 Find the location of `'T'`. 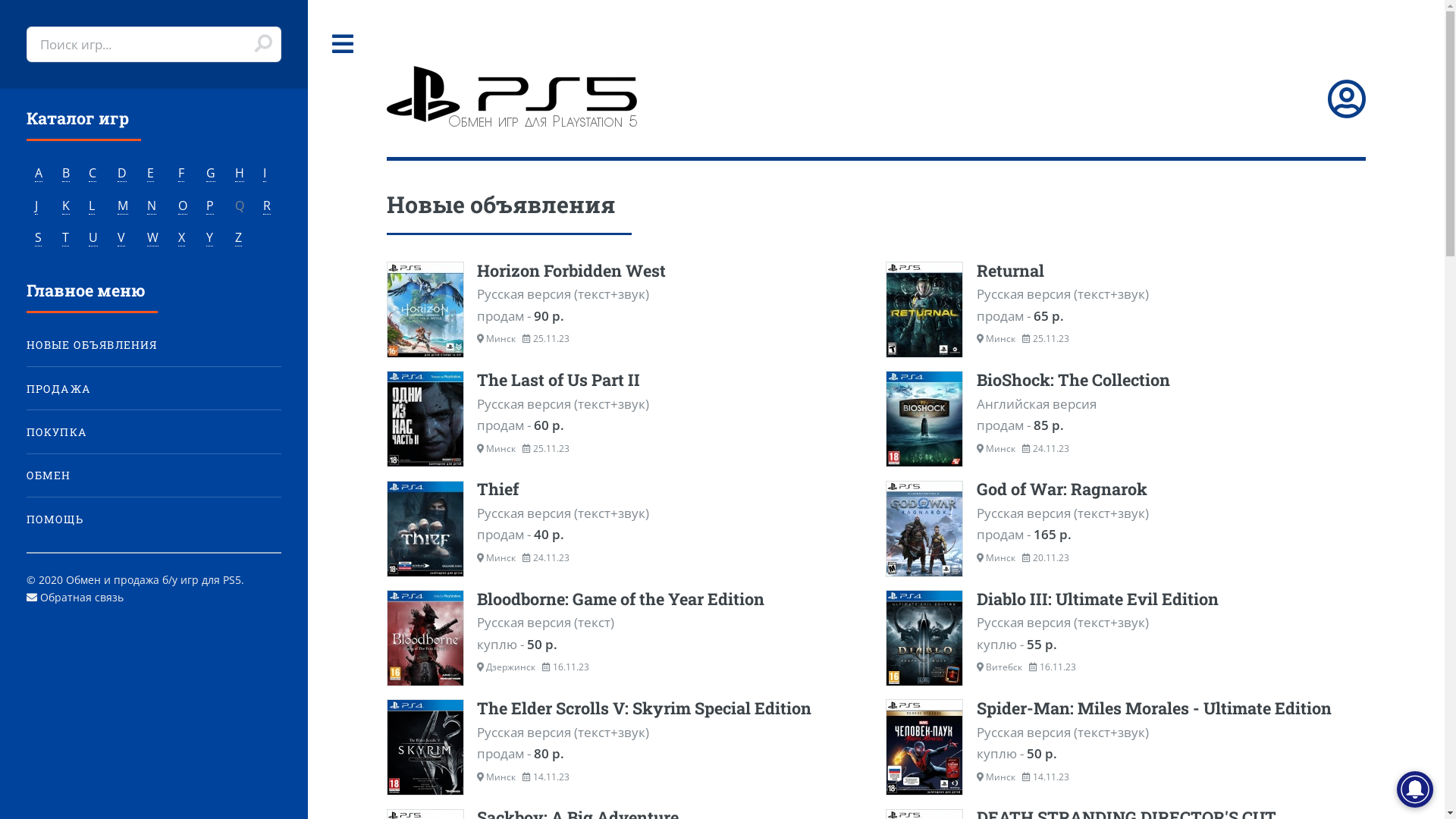

'T' is located at coordinates (64, 237).